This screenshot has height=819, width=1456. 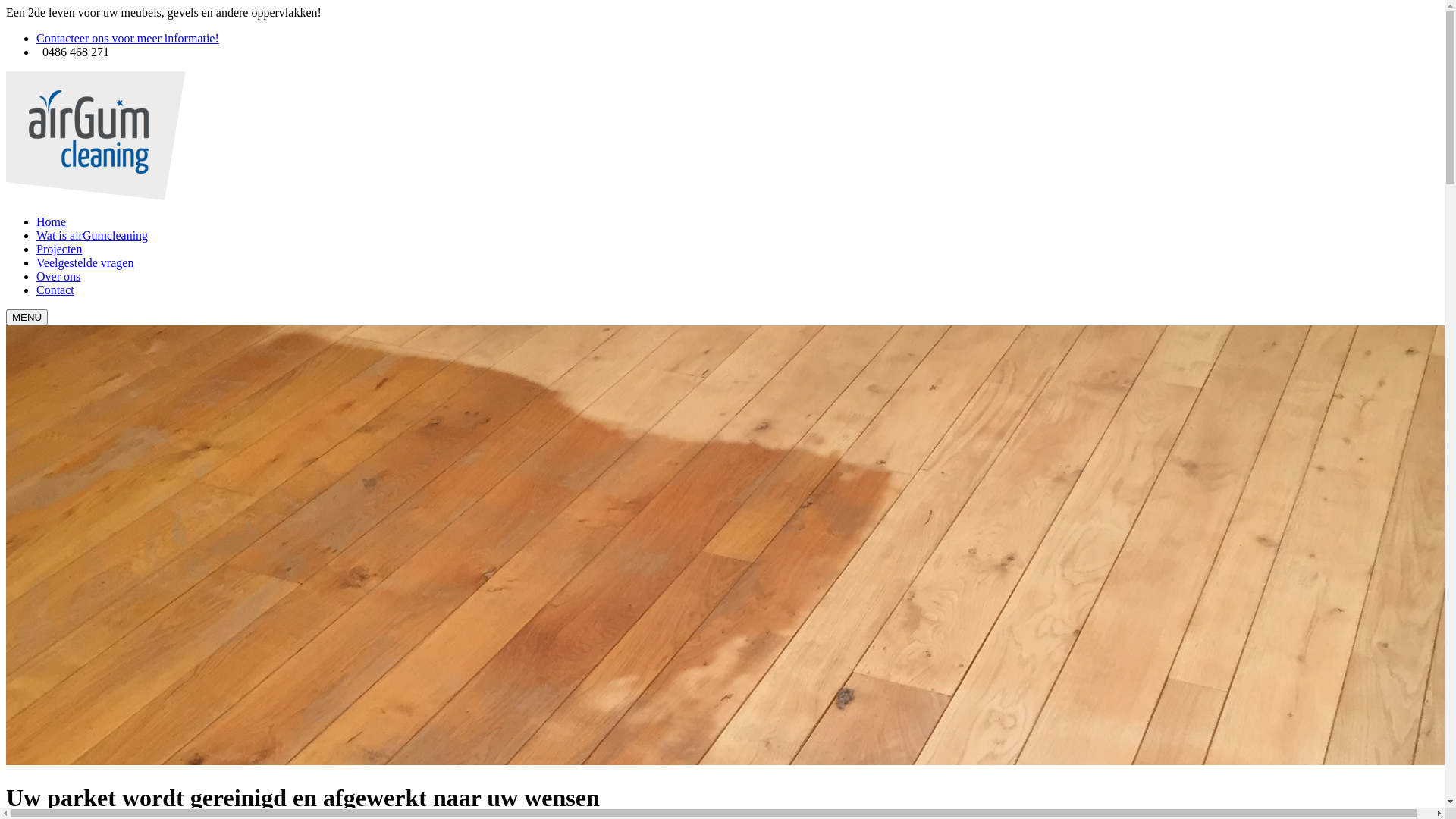 I want to click on 'Projecten', so click(x=36, y=248).